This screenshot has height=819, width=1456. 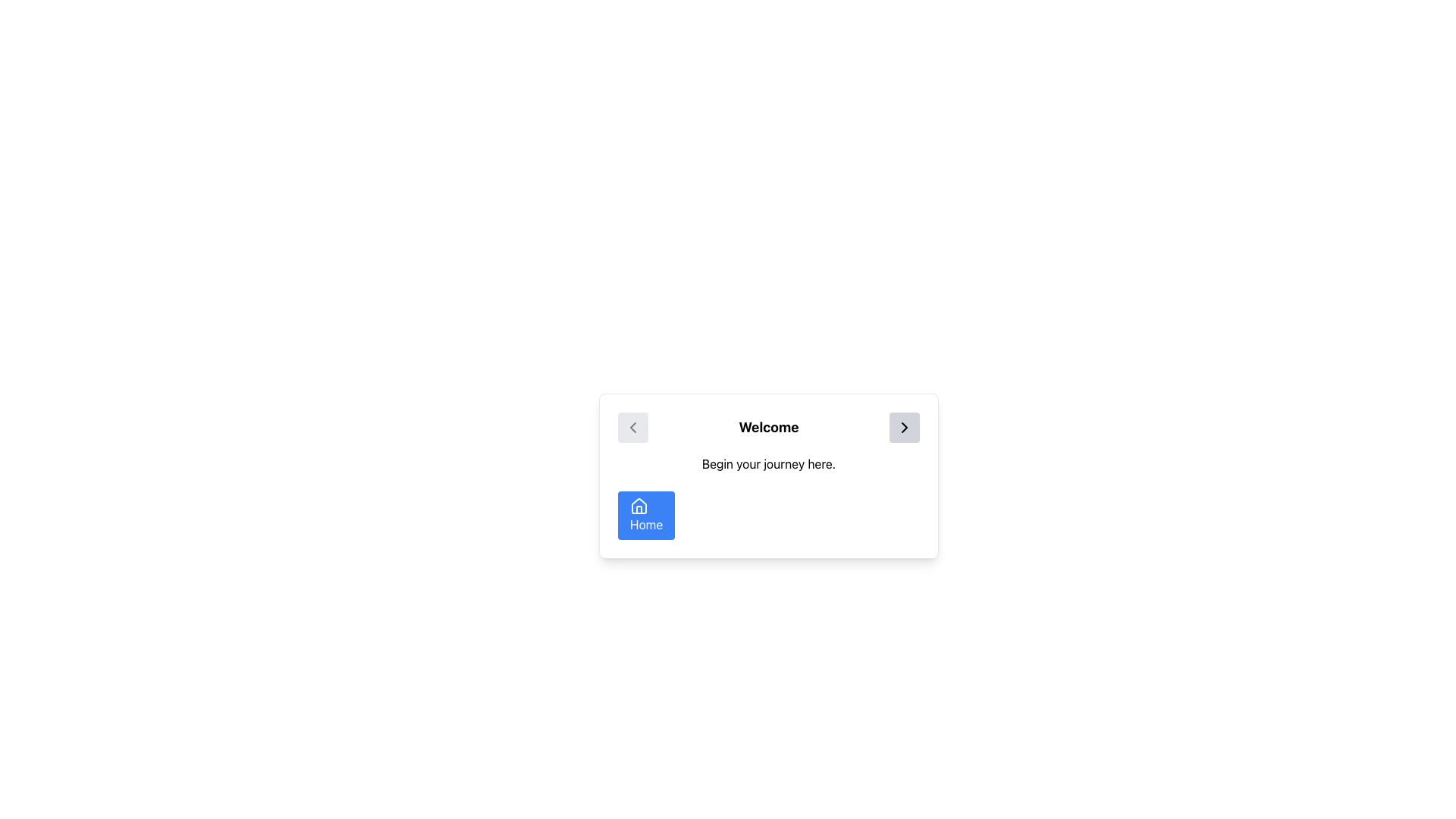 What do you see at coordinates (646, 514) in the screenshot?
I see `the 'Home' button located at the bottom-left of the horizontal flexbox panel` at bounding box center [646, 514].